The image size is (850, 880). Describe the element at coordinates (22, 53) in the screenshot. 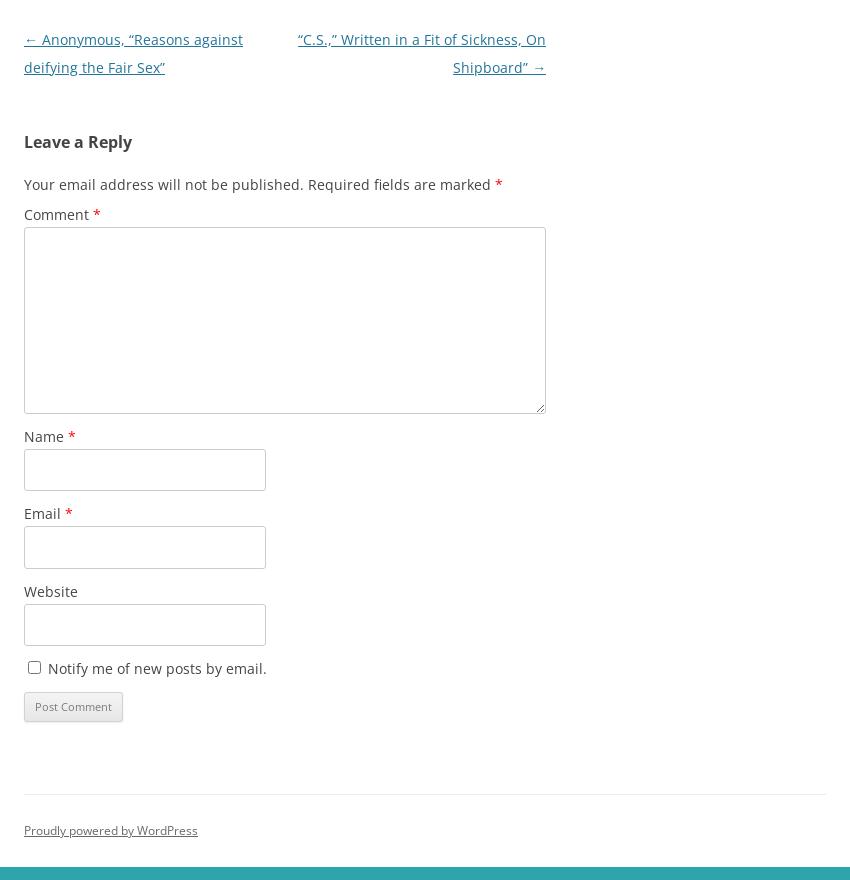

I see `'Anonymous, “Reasons against deifying the Fair Sex”'` at that location.